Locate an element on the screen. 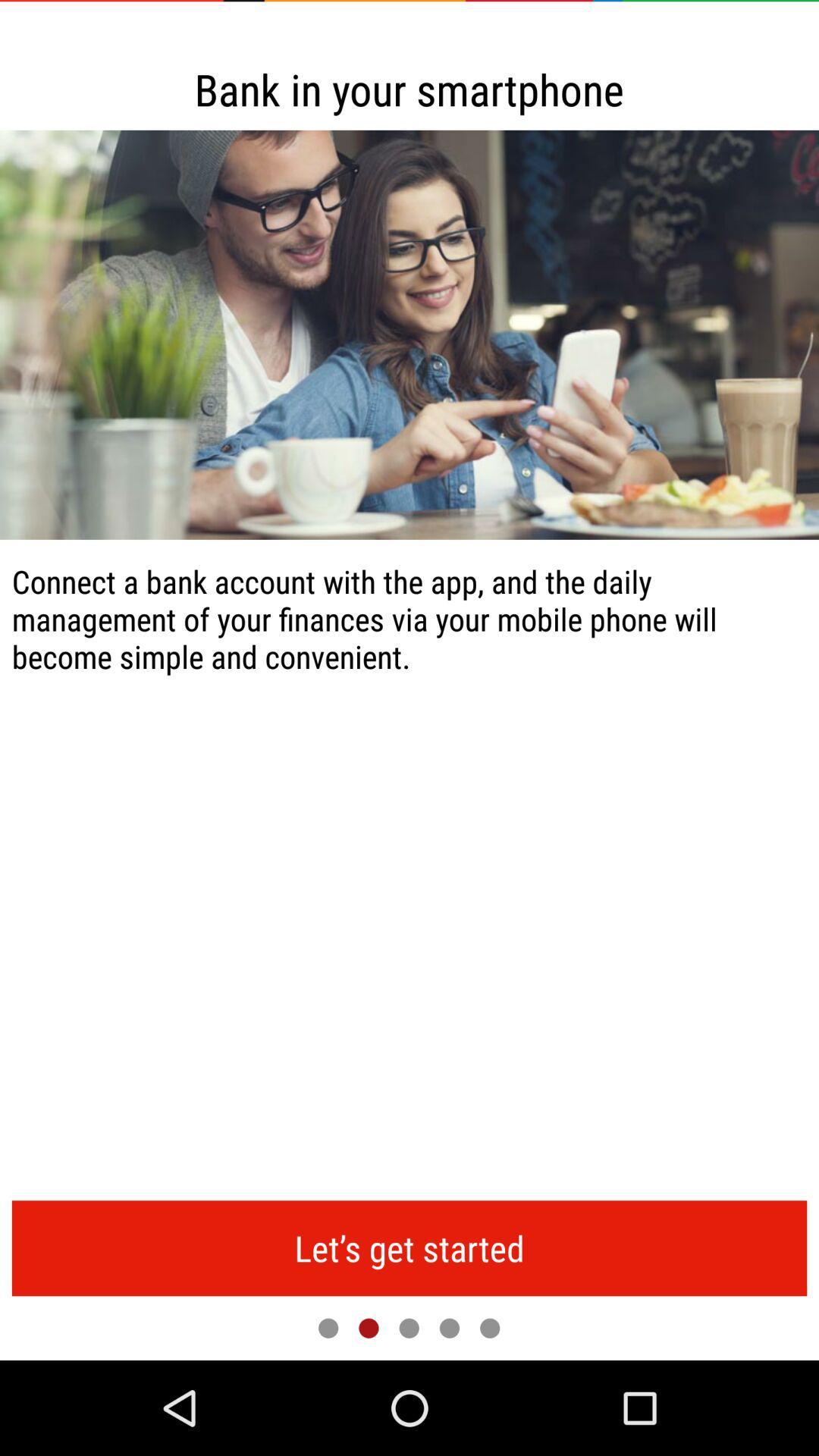  app below the connect a bank icon is located at coordinates (409, 1248).